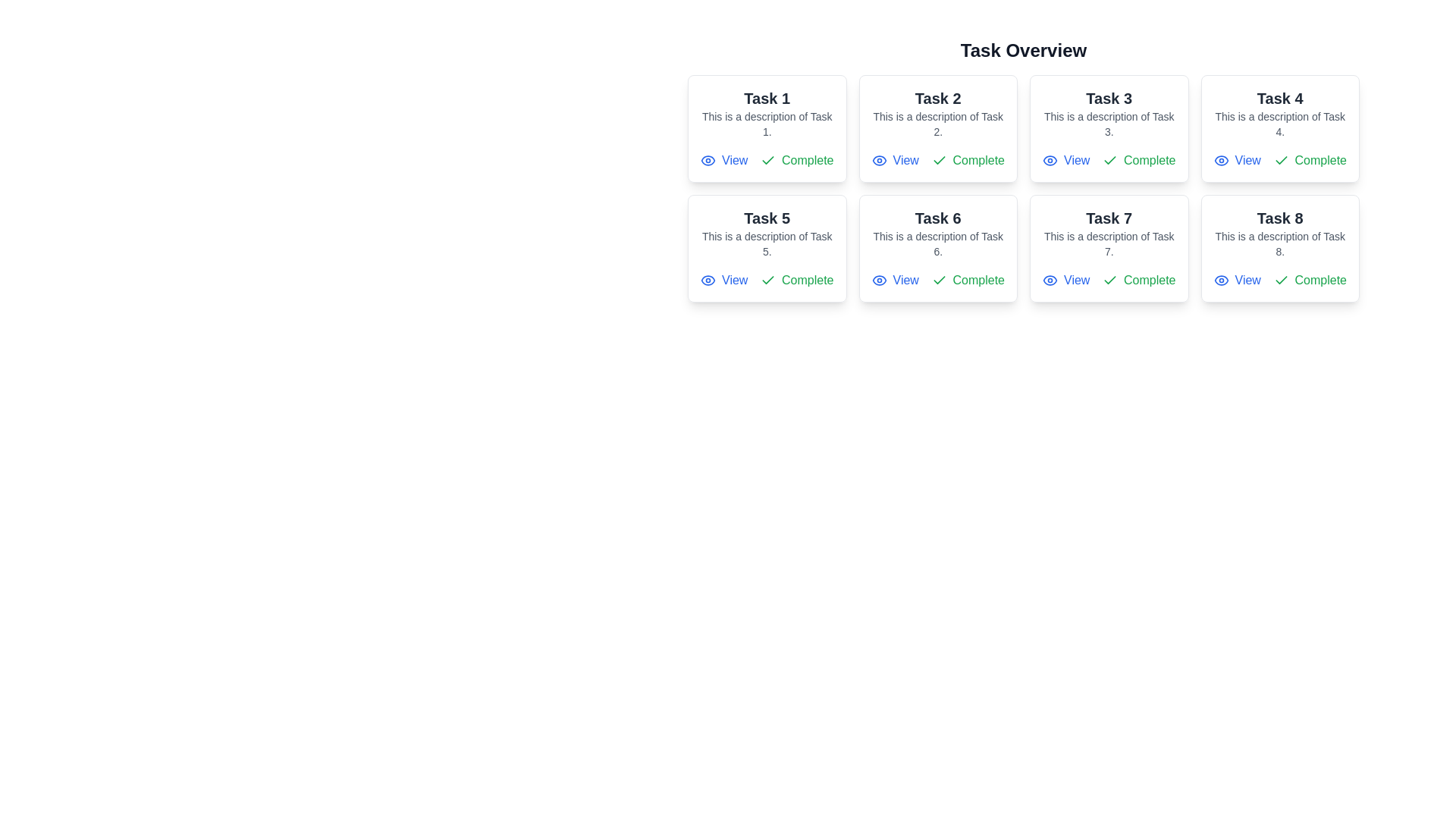  I want to click on the 'Complete' button, which is a green text label with a checkmark icon, located in the second card of the top row under 'Task 2', so click(967, 161).